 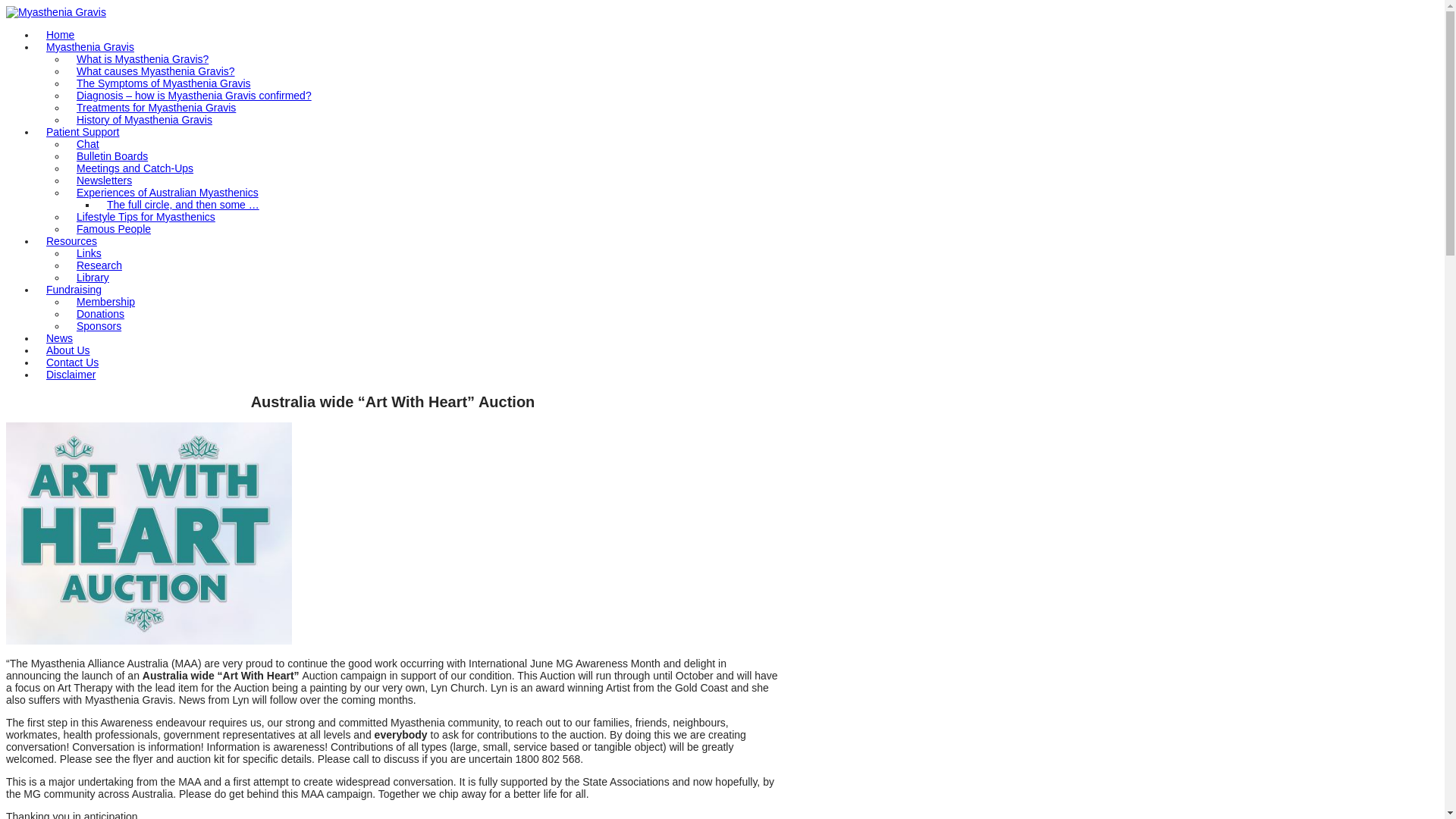 I want to click on 'Famous People', so click(x=112, y=228).